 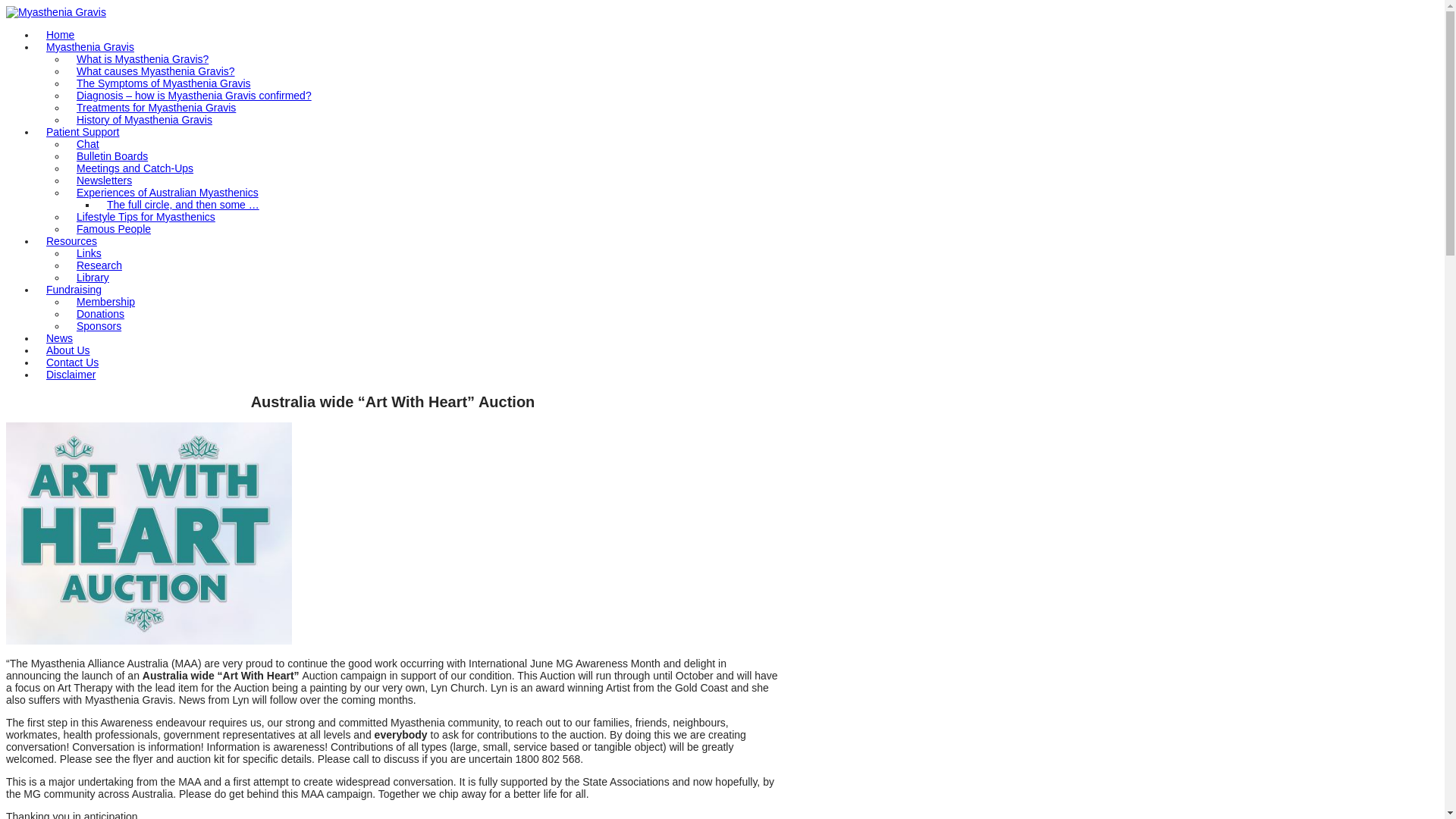 I want to click on 'Famous People', so click(x=112, y=228).